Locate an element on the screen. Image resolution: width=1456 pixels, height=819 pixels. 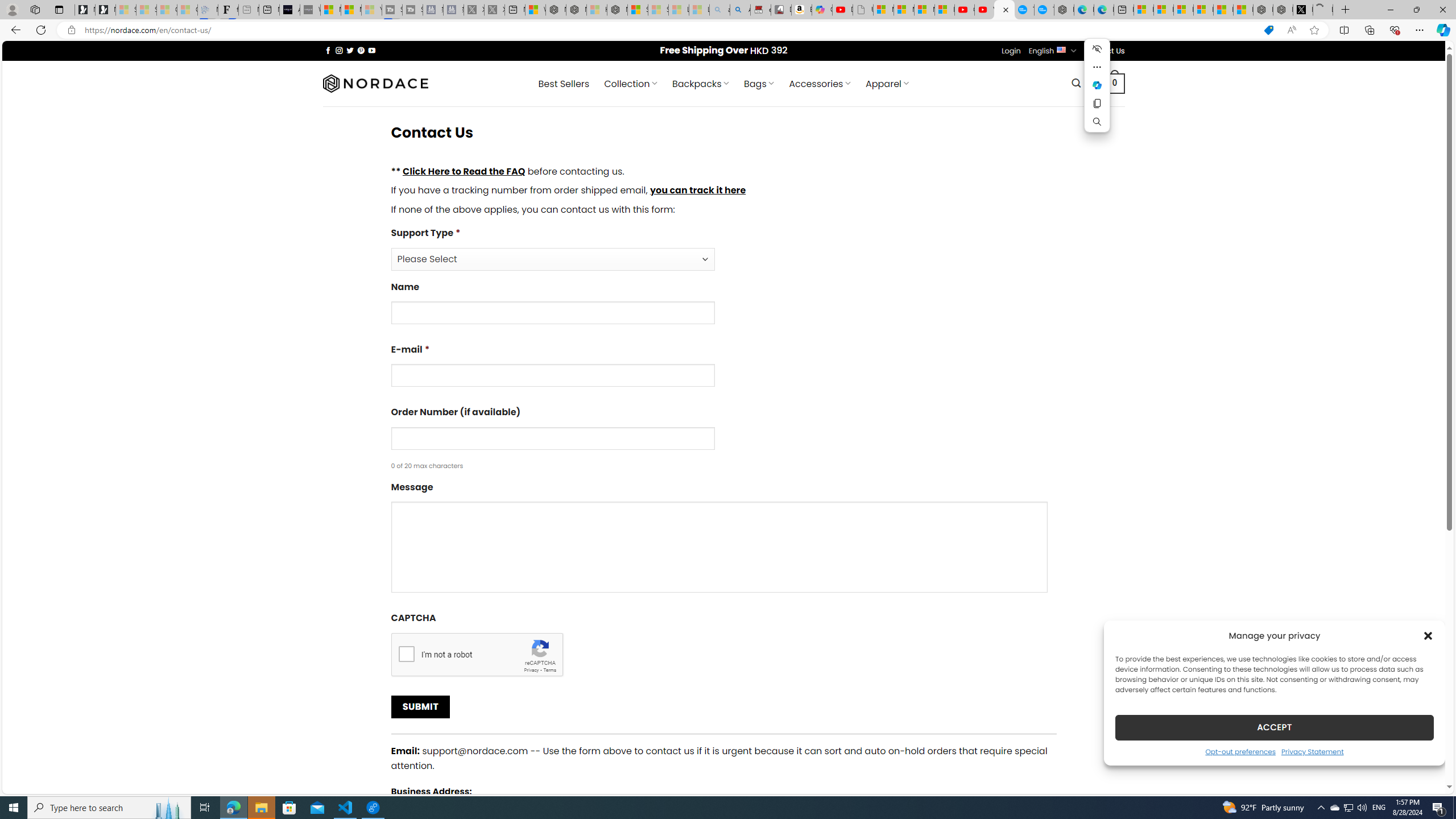
'  Best Sellers' is located at coordinates (564, 83).